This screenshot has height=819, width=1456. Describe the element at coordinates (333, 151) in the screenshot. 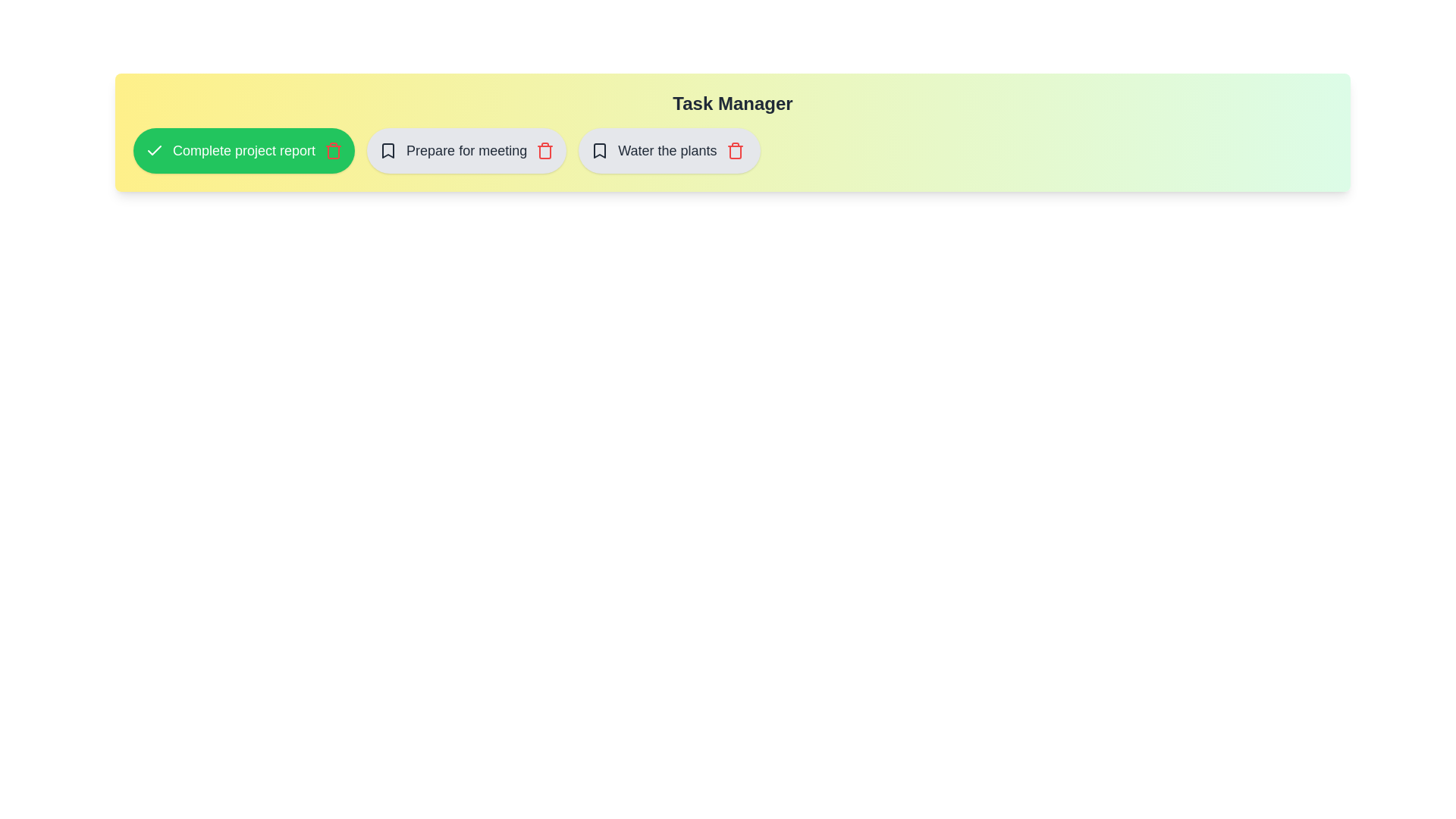

I see `the trash icon to delete the task 'Complete project report'` at that location.